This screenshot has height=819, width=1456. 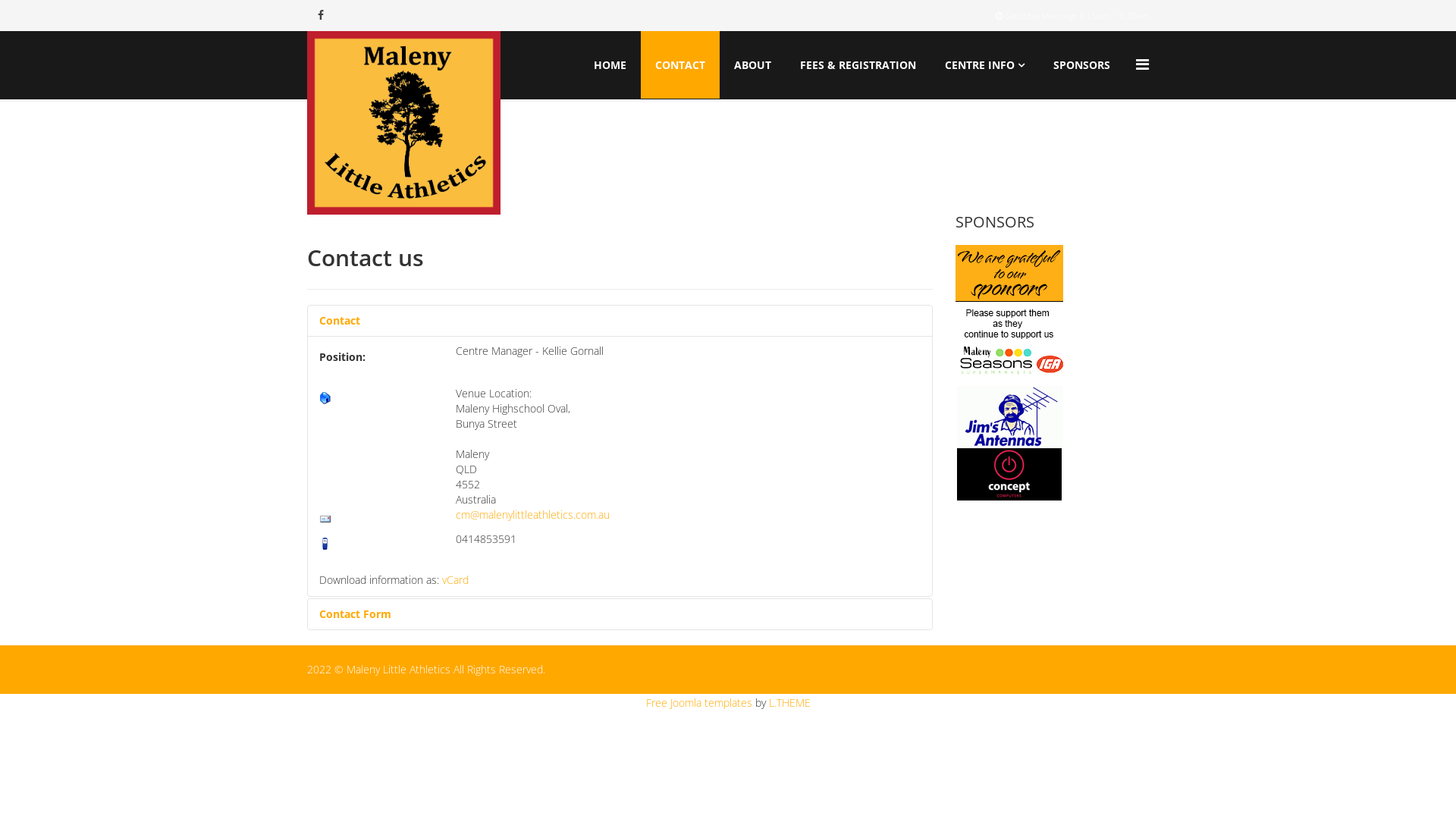 I want to click on 'Menu', so click(x=1142, y=63).